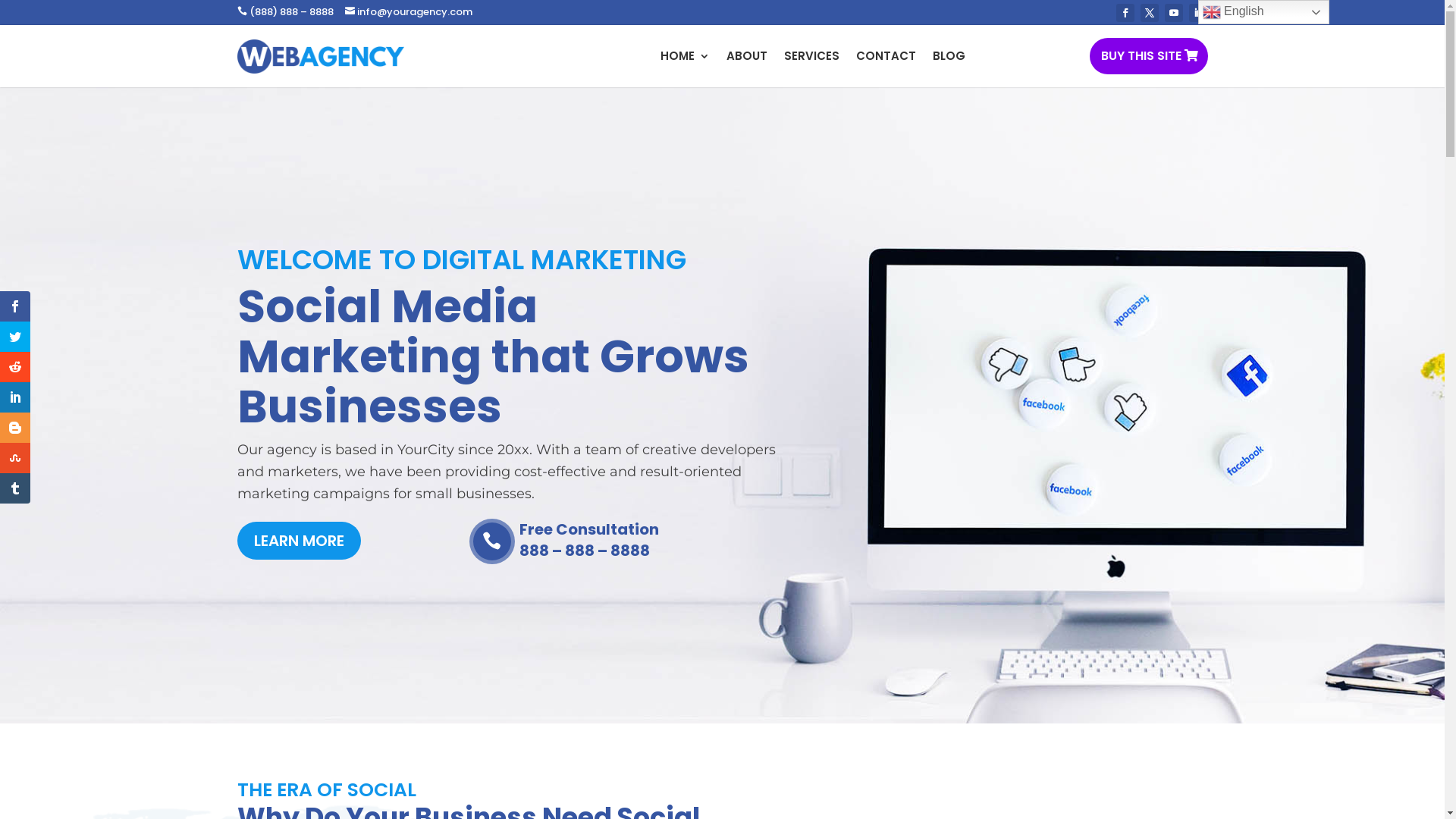  What do you see at coordinates (1147, 55) in the screenshot?
I see `'BUY THIS SITE'` at bounding box center [1147, 55].